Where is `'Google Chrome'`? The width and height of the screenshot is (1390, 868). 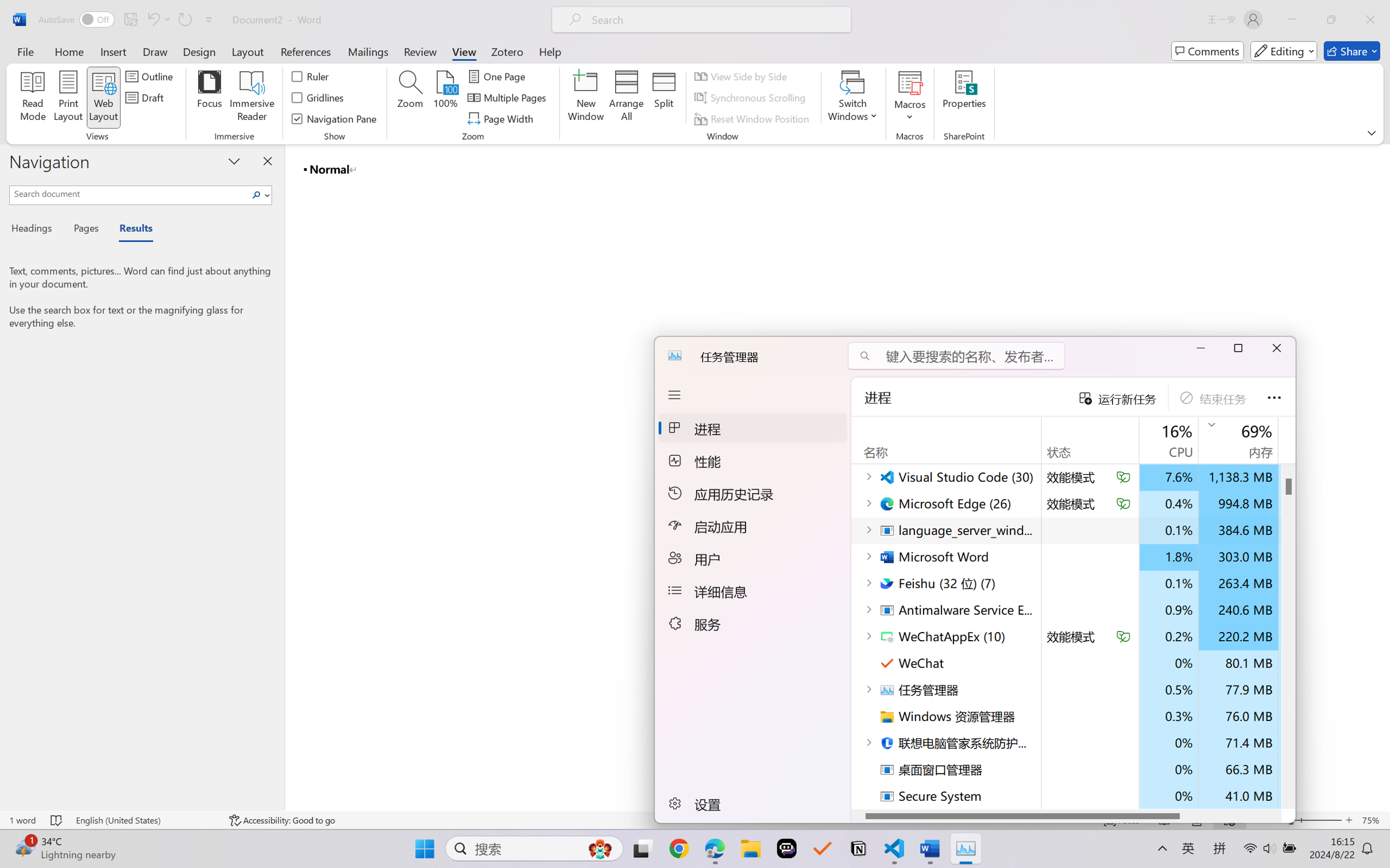
'Google Chrome' is located at coordinates (679, 848).